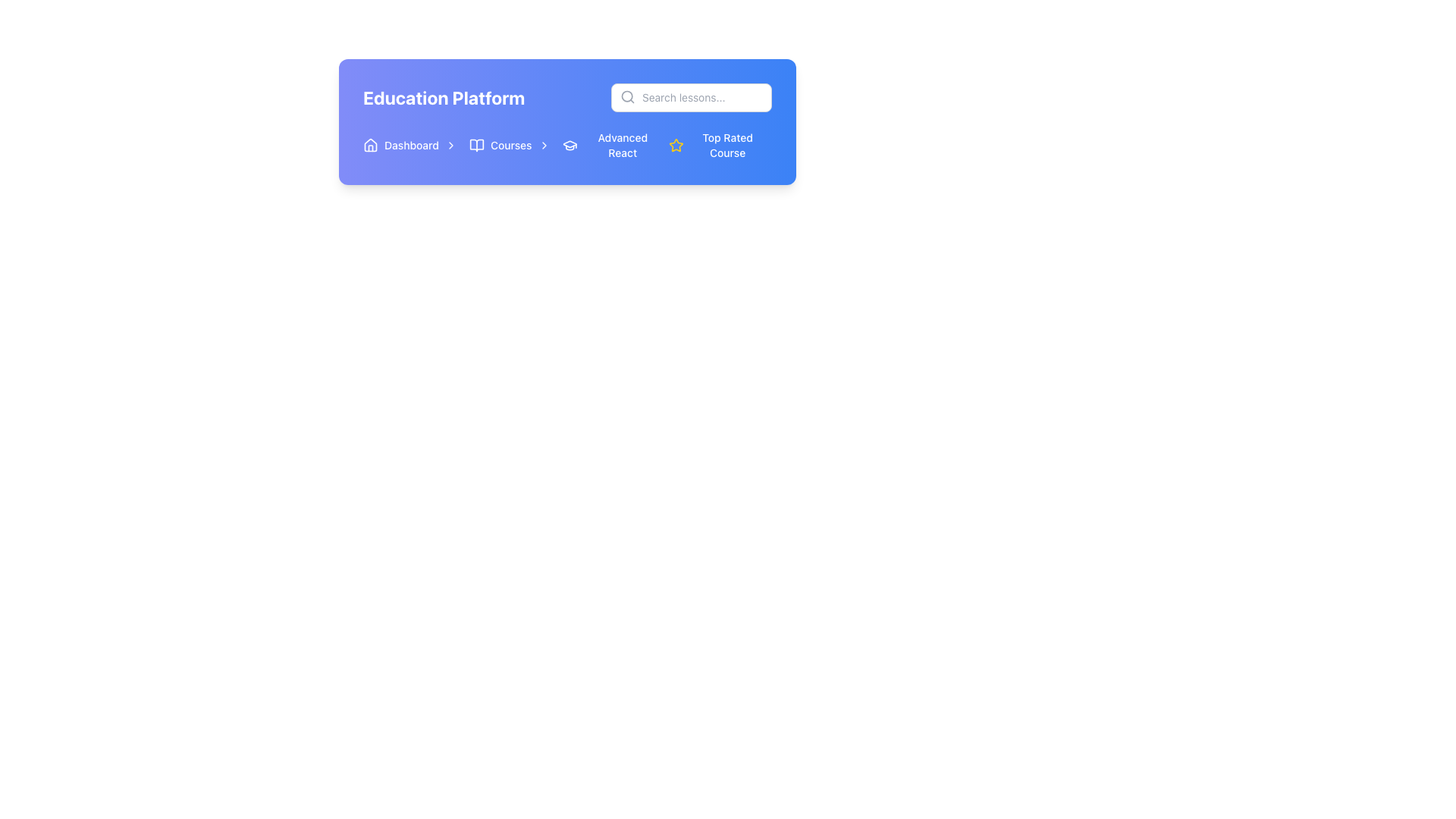 The width and height of the screenshot is (1456, 819). What do you see at coordinates (513, 146) in the screenshot?
I see `the breadcrumb navigation section` at bounding box center [513, 146].